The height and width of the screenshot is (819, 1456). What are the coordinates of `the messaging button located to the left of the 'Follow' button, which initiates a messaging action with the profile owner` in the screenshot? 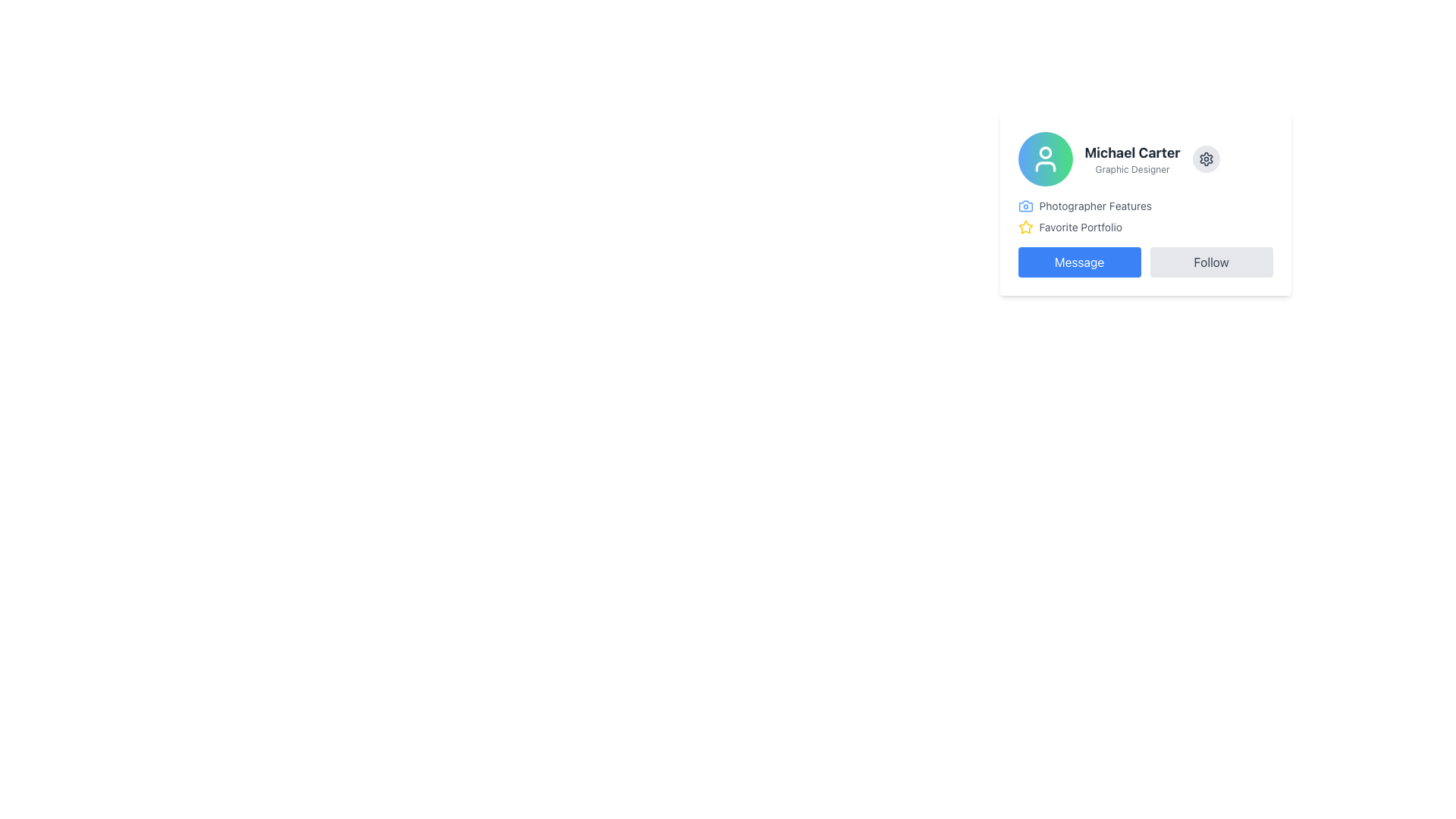 It's located at (1078, 262).